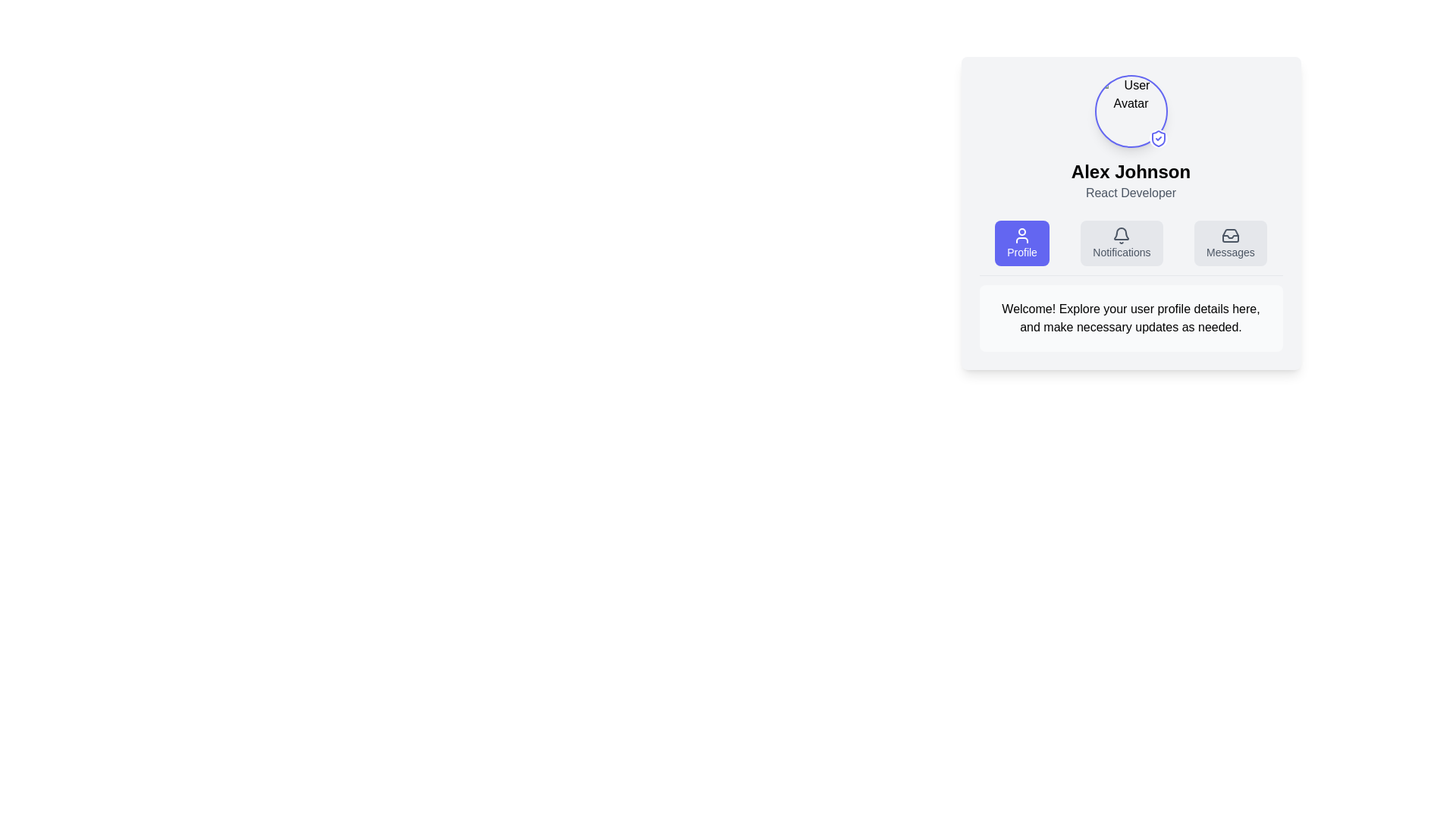 The width and height of the screenshot is (1456, 819). I want to click on the 'Notifications' button, which is the second button in a horizontal group of three buttons (Profile, Notifications, Messages), so click(1121, 242).